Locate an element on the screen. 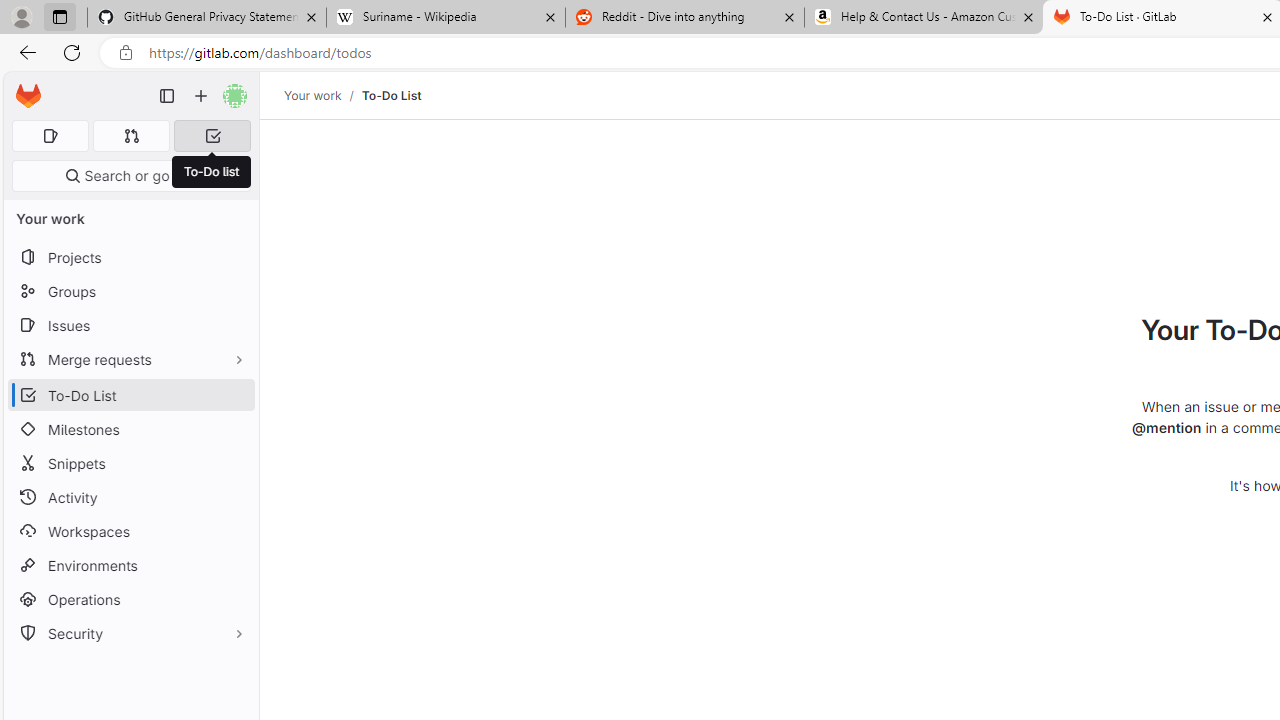 The height and width of the screenshot is (720, 1280). 'Activity' is located at coordinates (130, 496).